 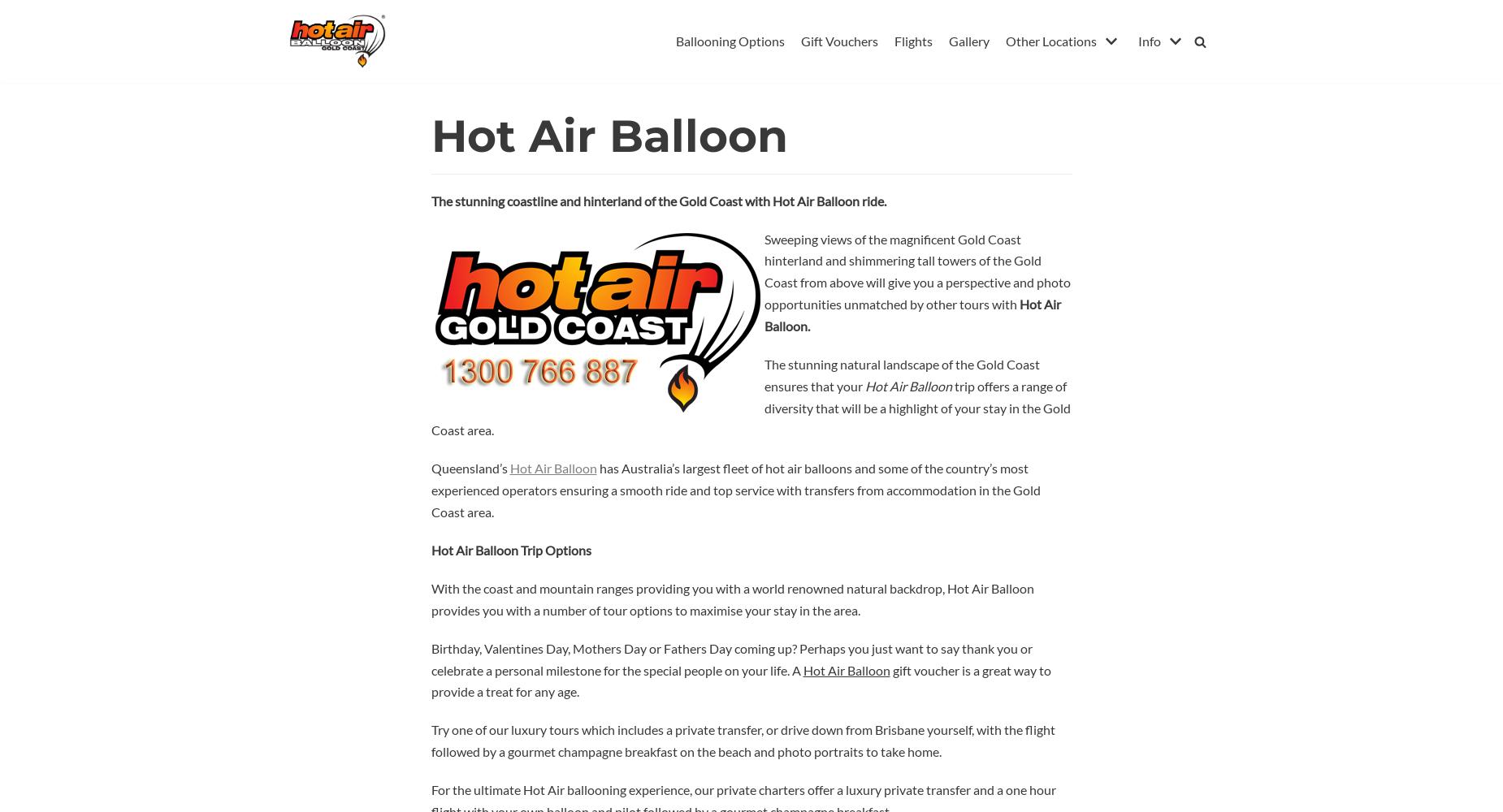 What do you see at coordinates (838, 41) in the screenshot?
I see `'Gift Vouchers'` at bounding box center [838, 41].